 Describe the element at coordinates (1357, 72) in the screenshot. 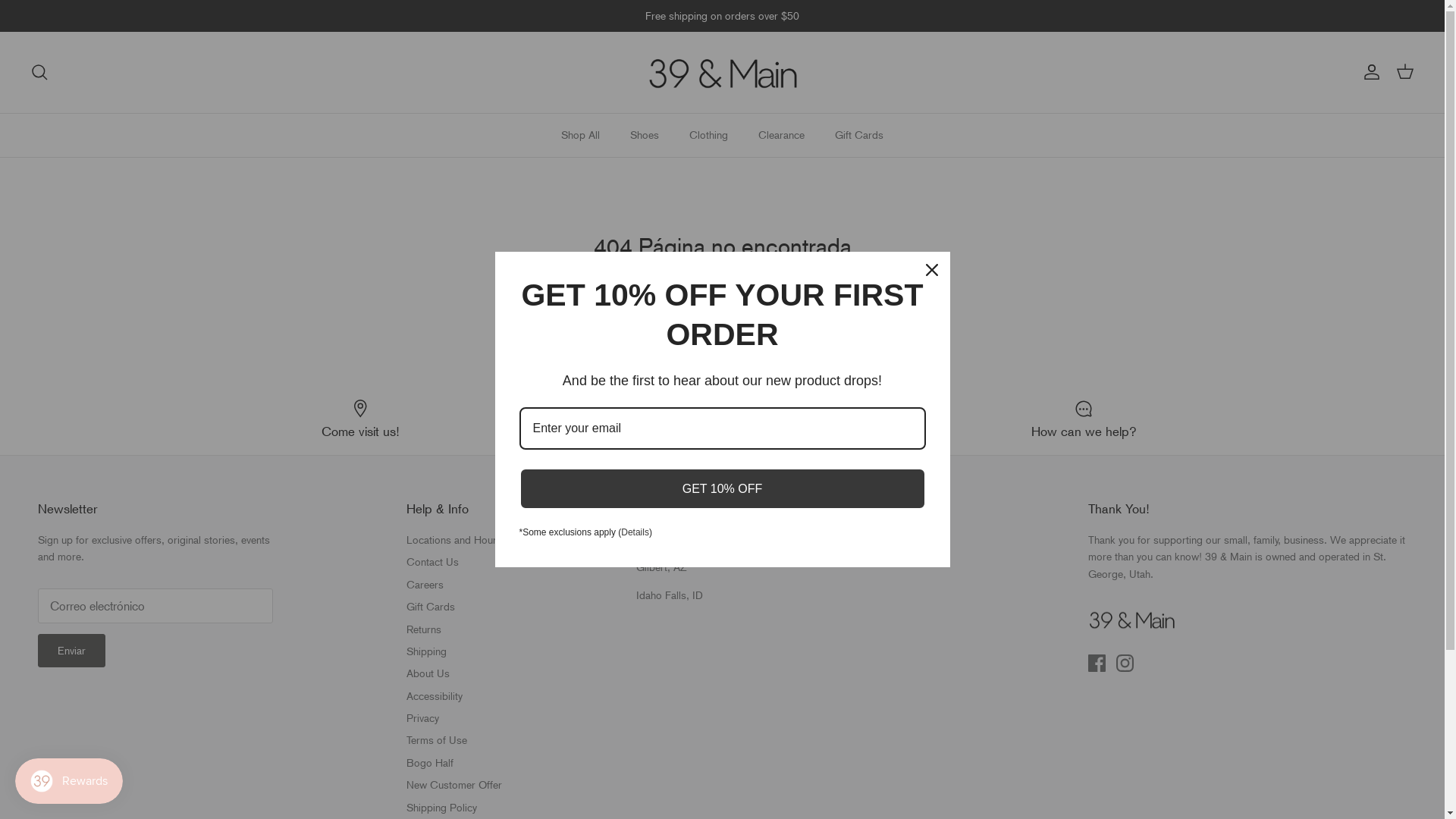

I see `'Cuenta'` at that location.